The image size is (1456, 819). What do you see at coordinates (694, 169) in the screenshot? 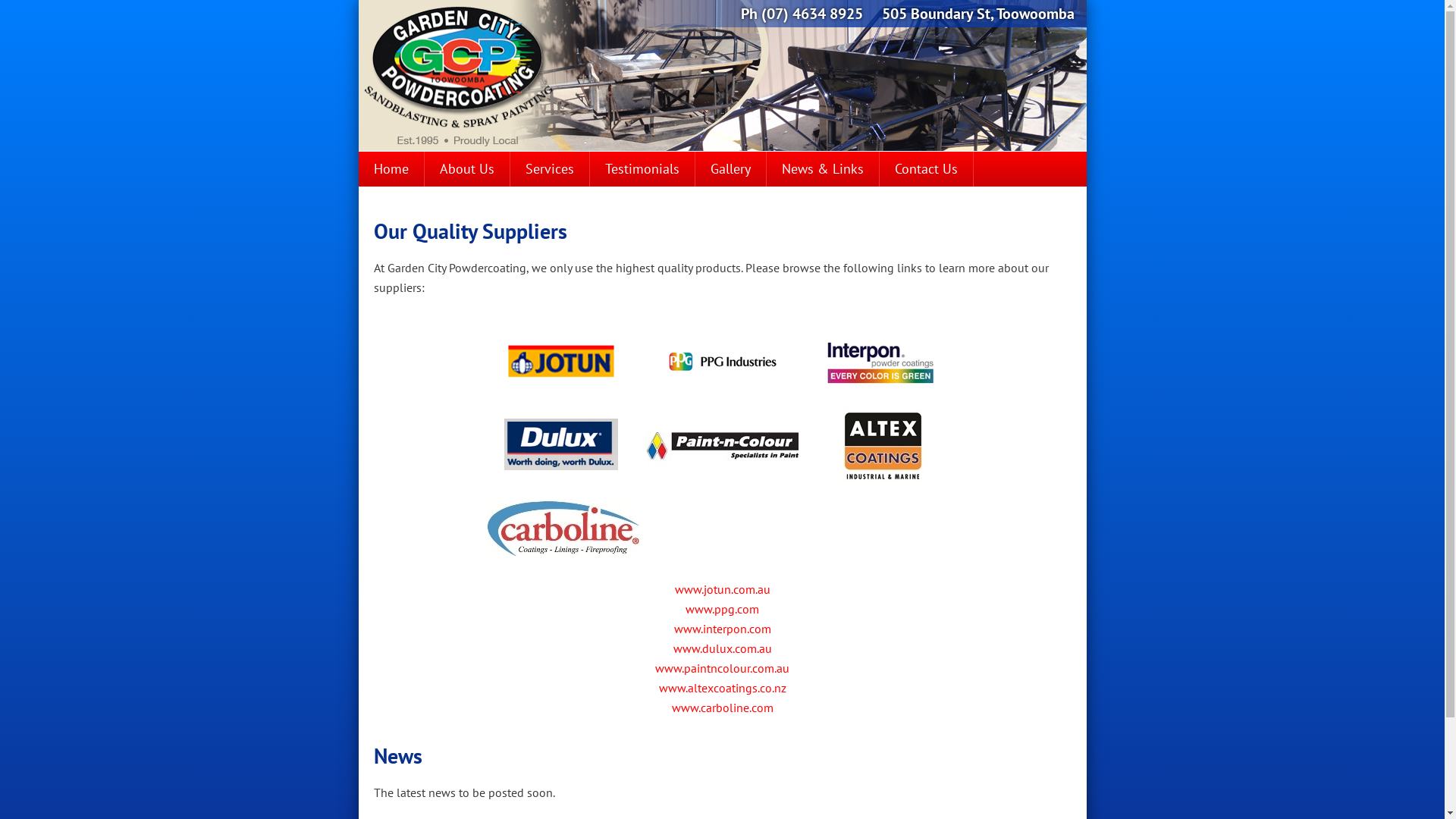
I see `'Gallery'` at bounding box center [694, 169].